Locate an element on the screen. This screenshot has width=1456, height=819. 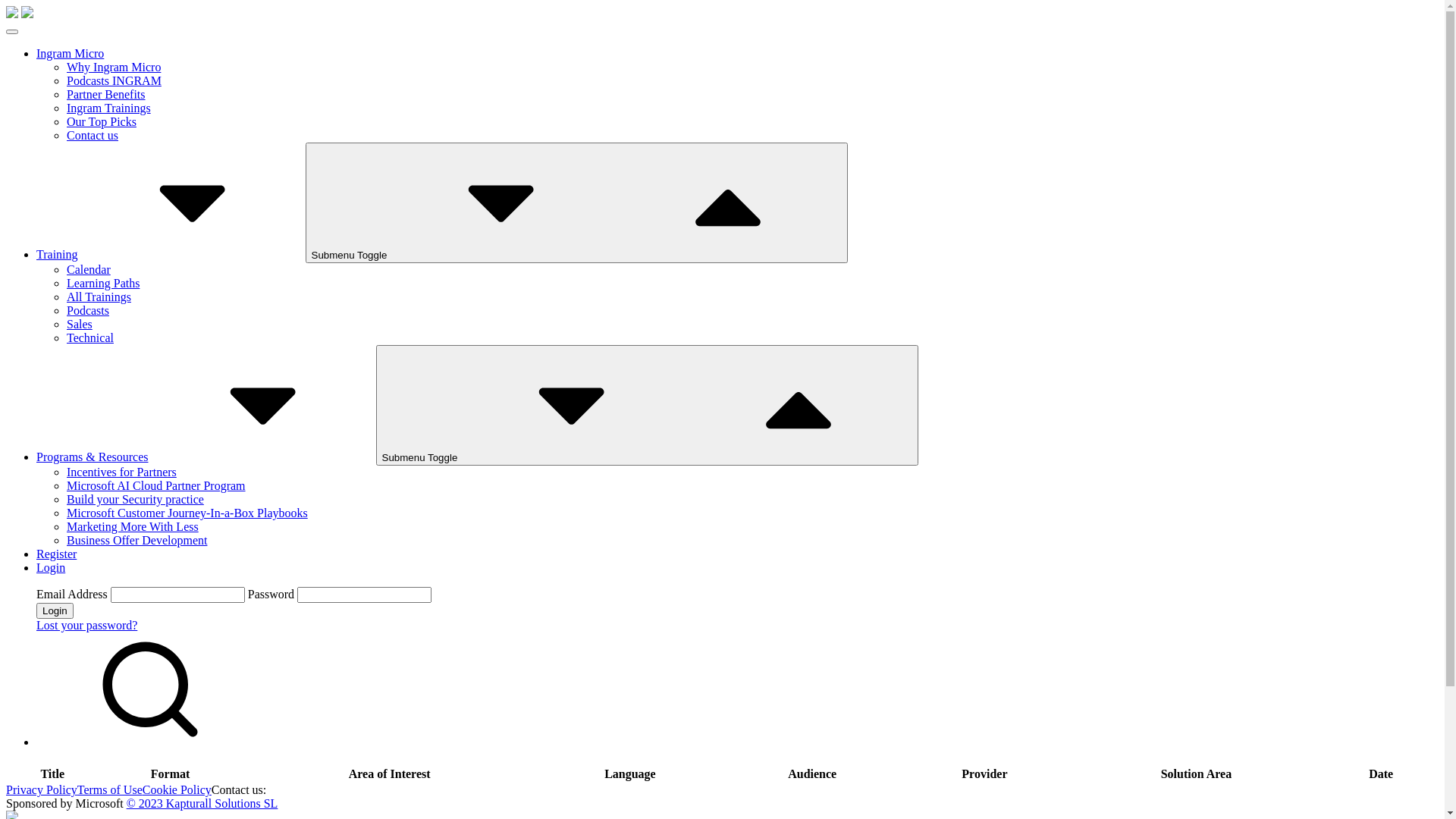
'Privacy Policy' is located at coordinates (41, 789).